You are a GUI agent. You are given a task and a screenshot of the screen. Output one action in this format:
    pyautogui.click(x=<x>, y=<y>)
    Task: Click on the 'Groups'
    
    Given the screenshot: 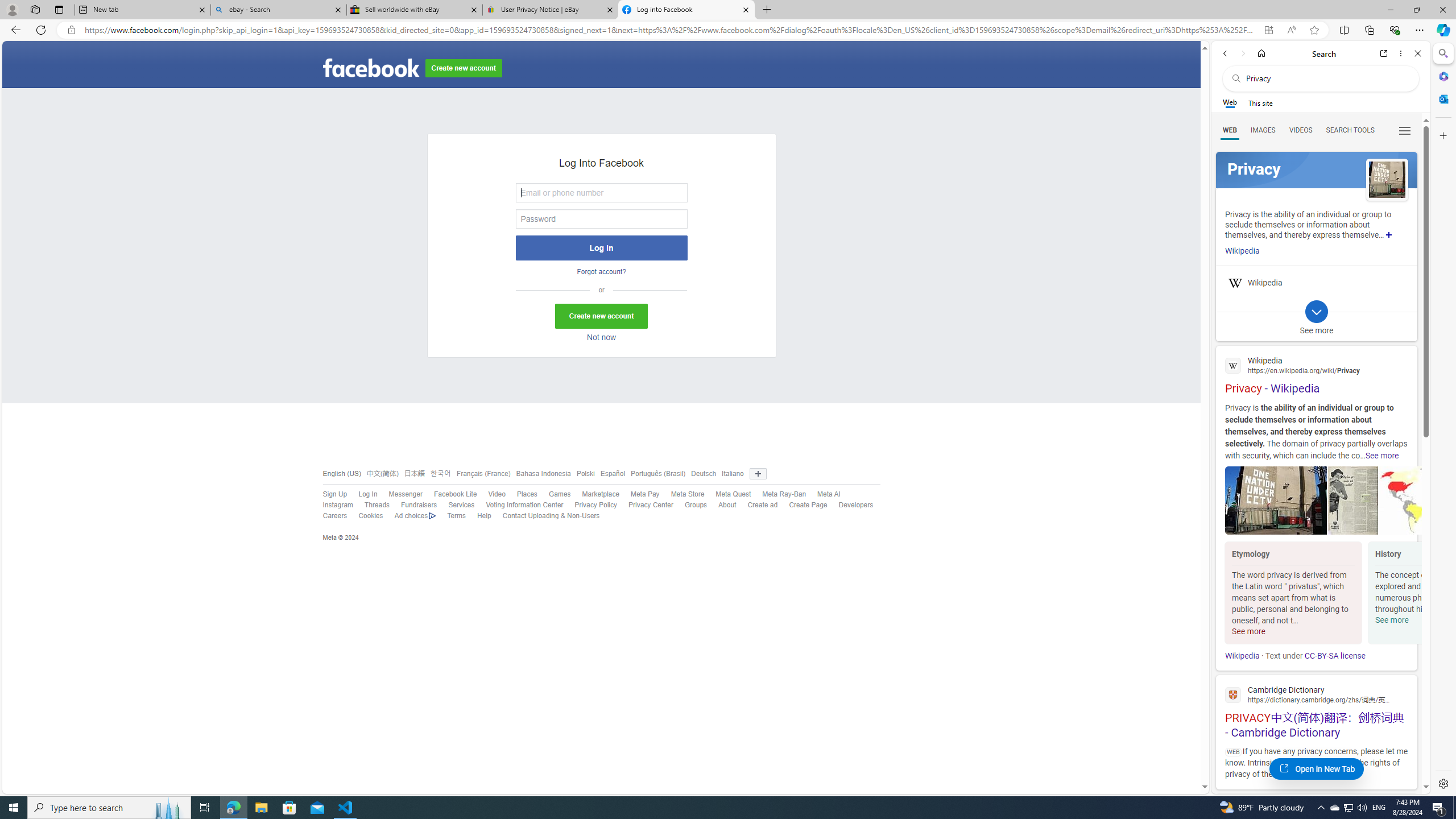 What is the action you would take?
    pyautogui.click(x=695, y=505)
    